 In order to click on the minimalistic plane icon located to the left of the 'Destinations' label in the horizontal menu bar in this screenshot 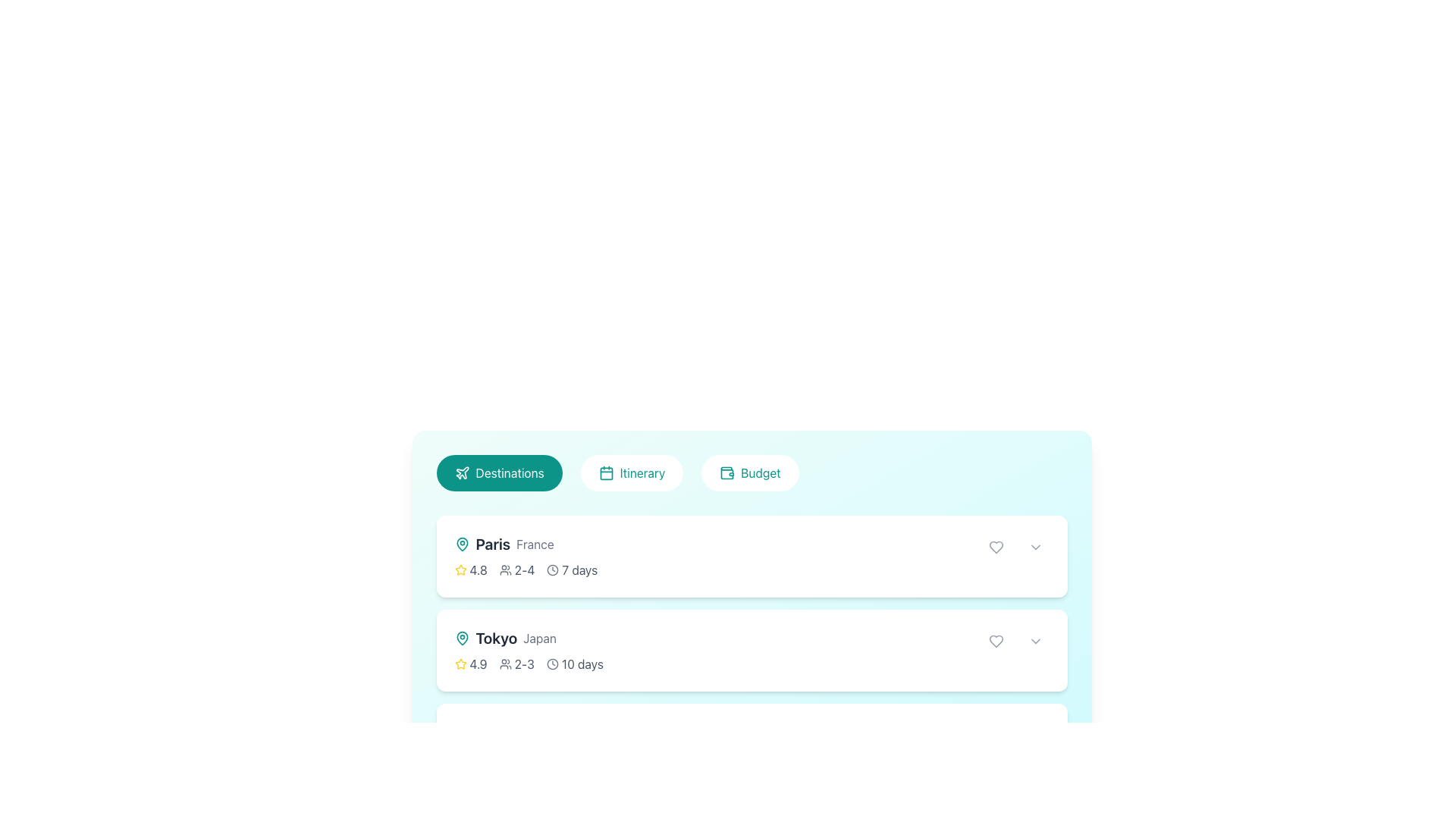, I will do `click(461, 472)`.